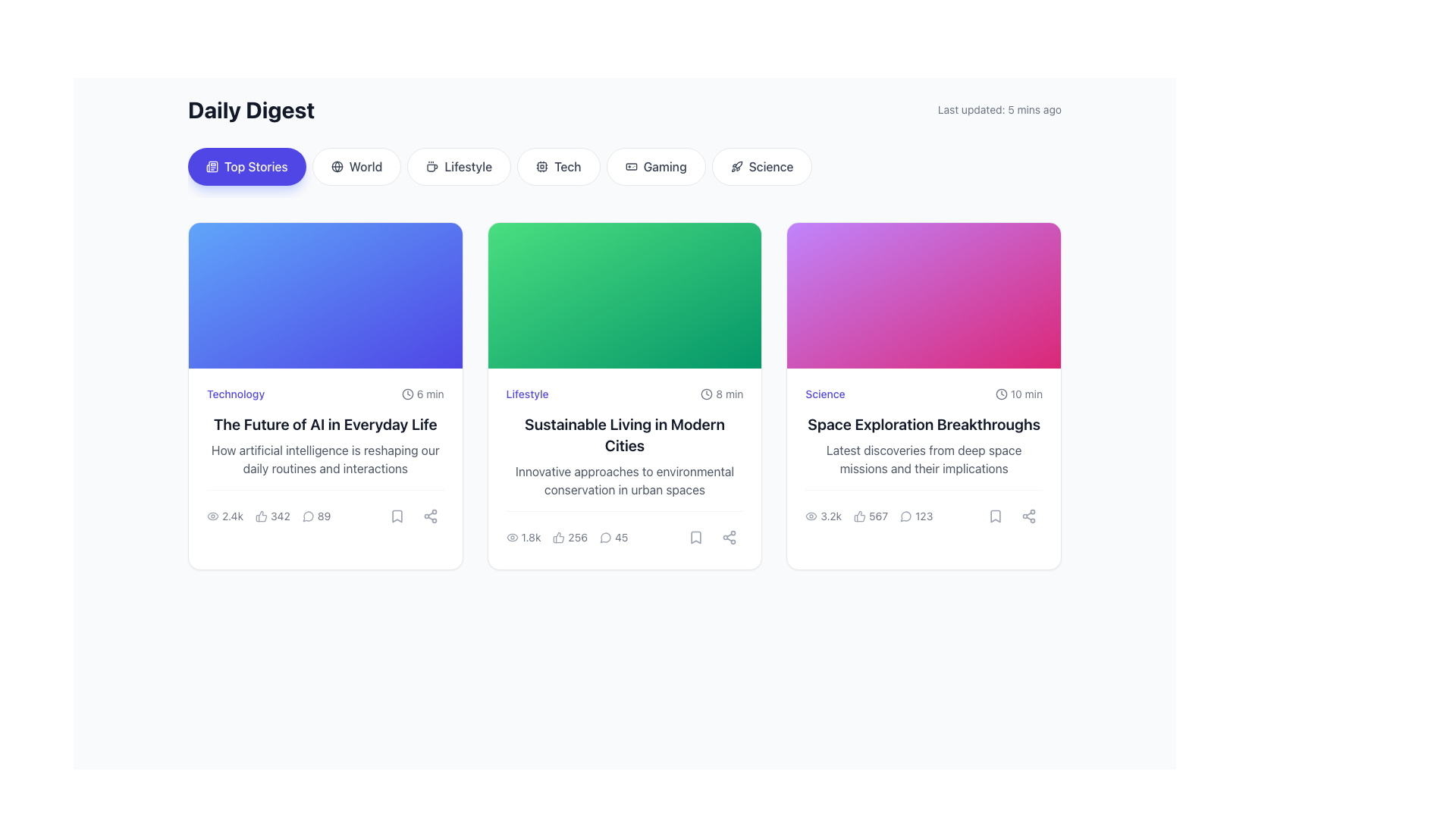 This screenshot has height=819, width=1456. Describe the element at coordinates (621, 537) in the screenshot. I see `numeric value displayed in the small text label showing '45', which is located to the right of a chat bubble icon in the second card's bottom section of interaction statistics` at that location.